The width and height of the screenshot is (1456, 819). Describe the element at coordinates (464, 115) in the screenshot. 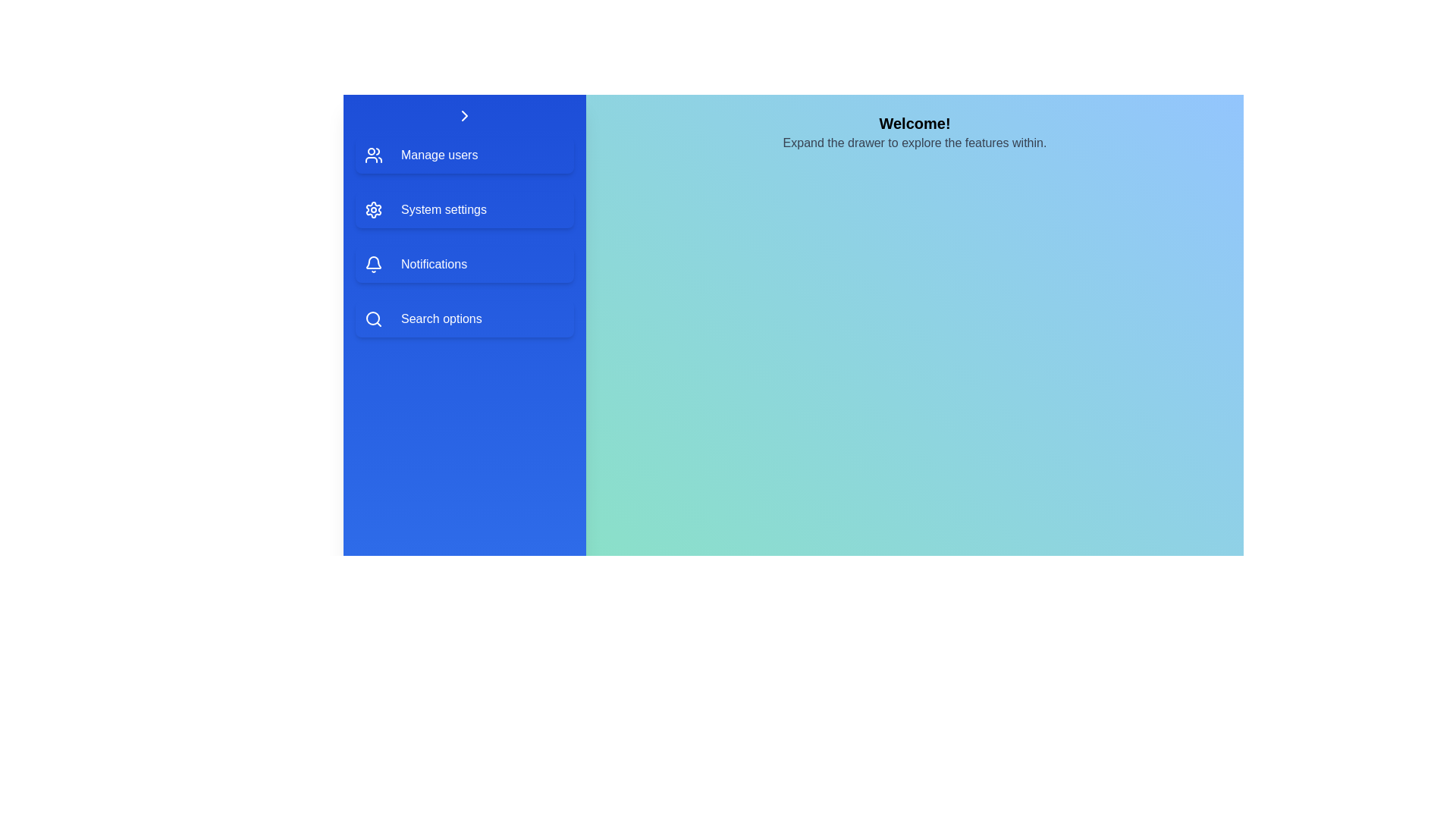

I see `the chevron button to toggle the drawer's state` at that location.